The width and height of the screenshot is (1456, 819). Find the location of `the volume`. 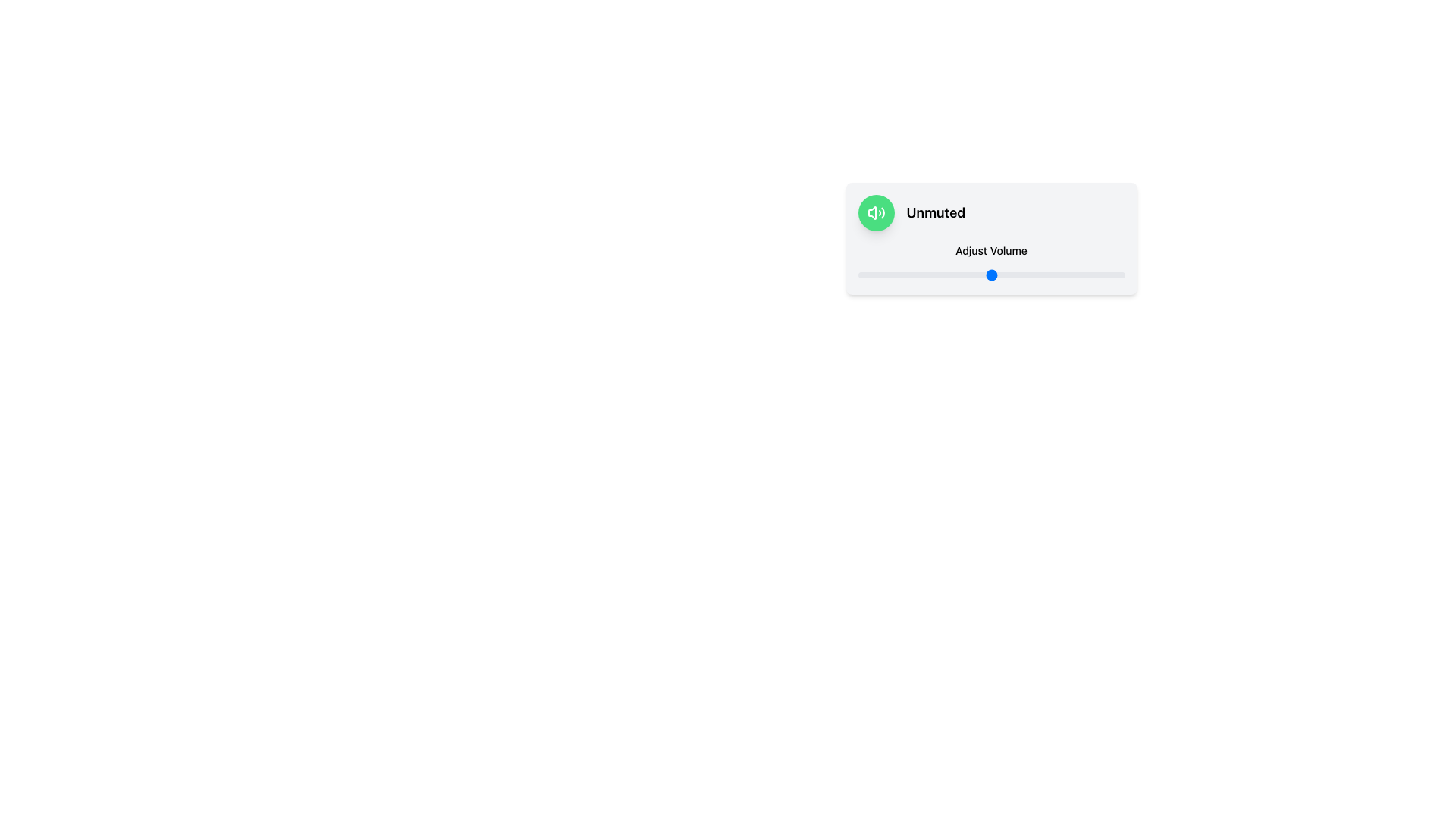

the volume is located at coordinates (887, 275).